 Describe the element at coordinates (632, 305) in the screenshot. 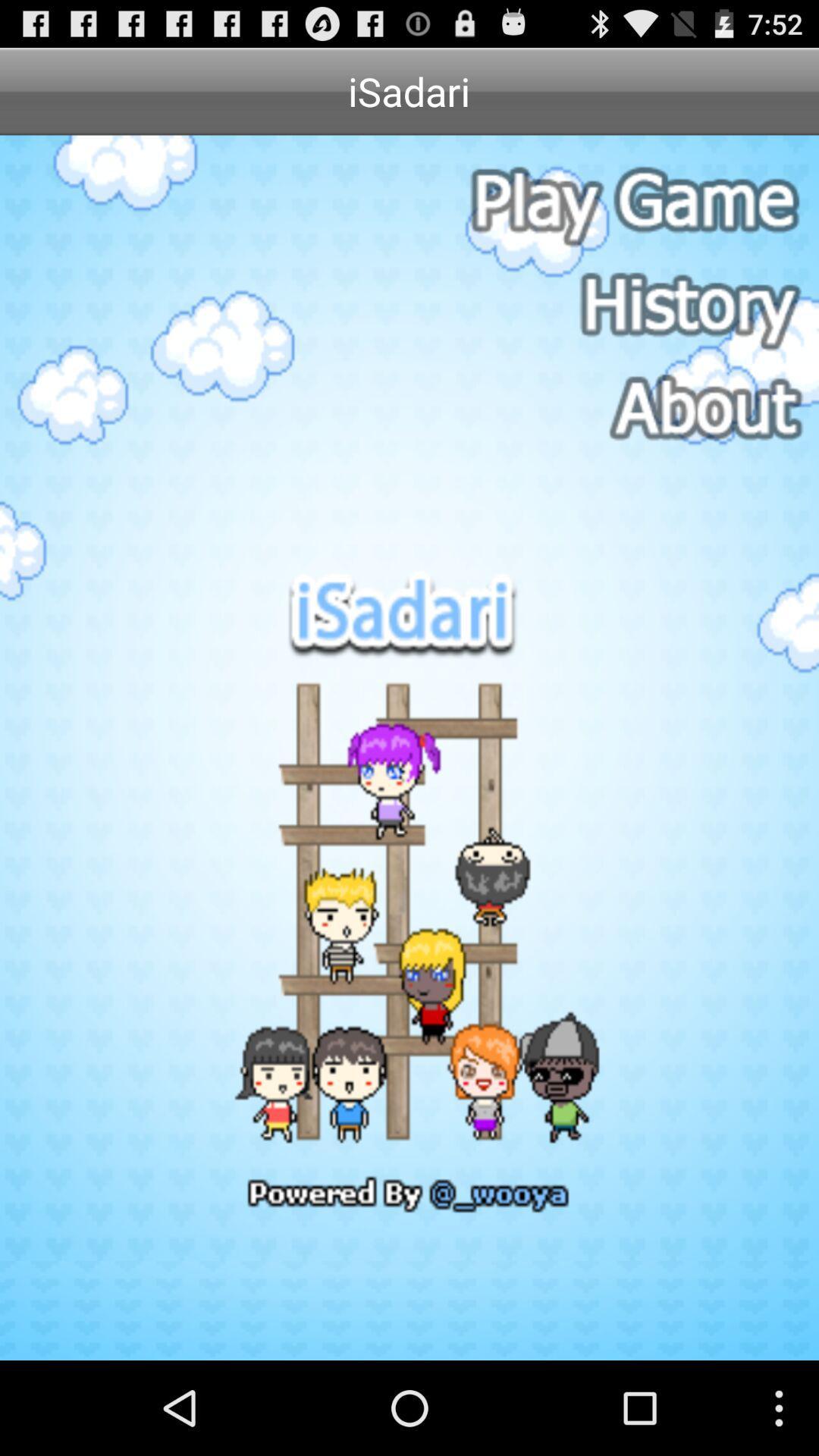

I see `open the history screen` at that location.